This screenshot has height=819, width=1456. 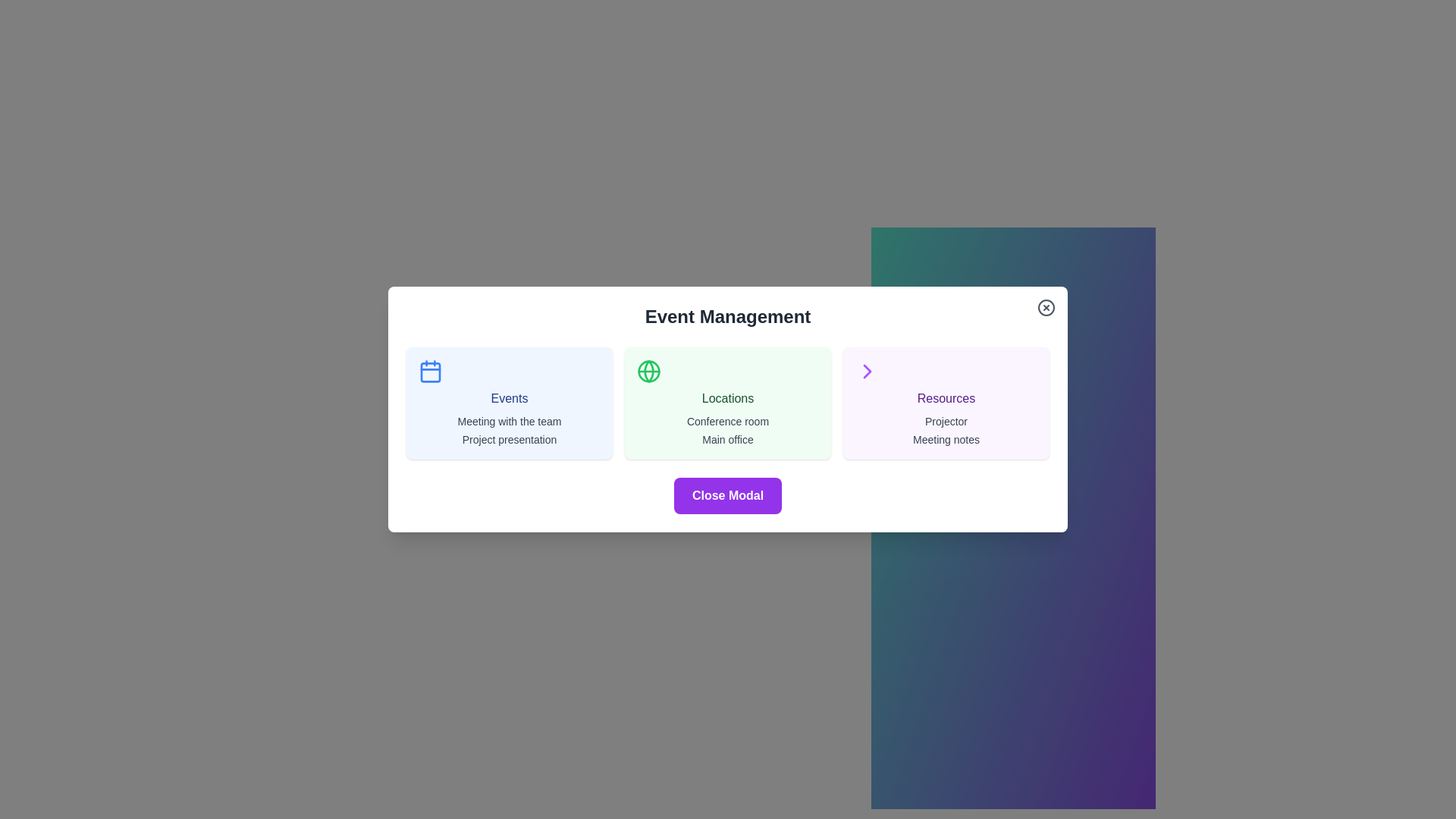 What do you see at coordinates (867, 371) in the screenshot?
I see `the icon located at the top-right corner of the 'Resources' card` at bounding box center [867, 371].